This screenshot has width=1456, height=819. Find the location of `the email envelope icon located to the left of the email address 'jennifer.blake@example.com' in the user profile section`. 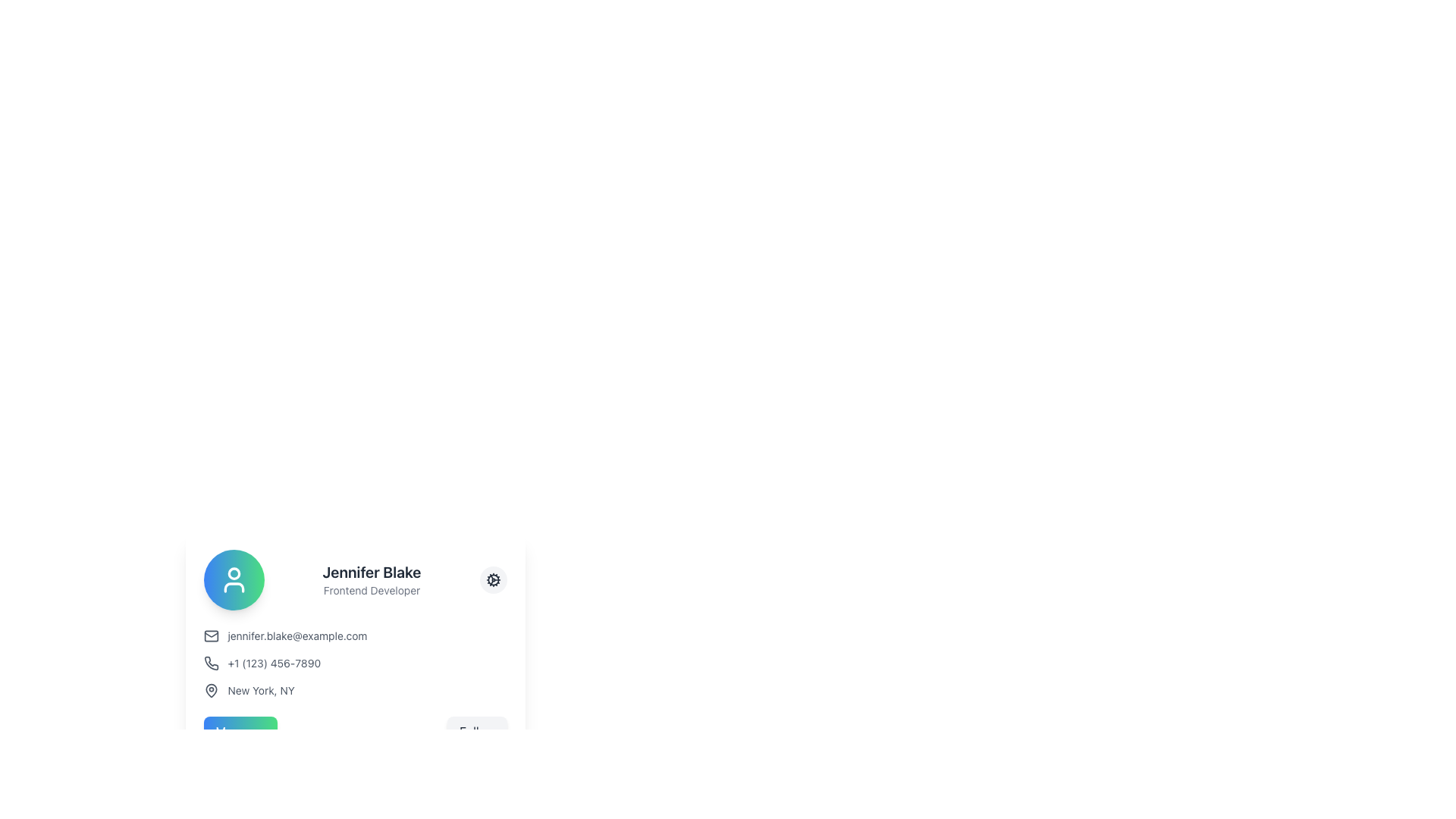

the email envelope icon located to the left of the email address 'jennifer.blake@example.com' in the user profile section is located at coordinates (210, 636).